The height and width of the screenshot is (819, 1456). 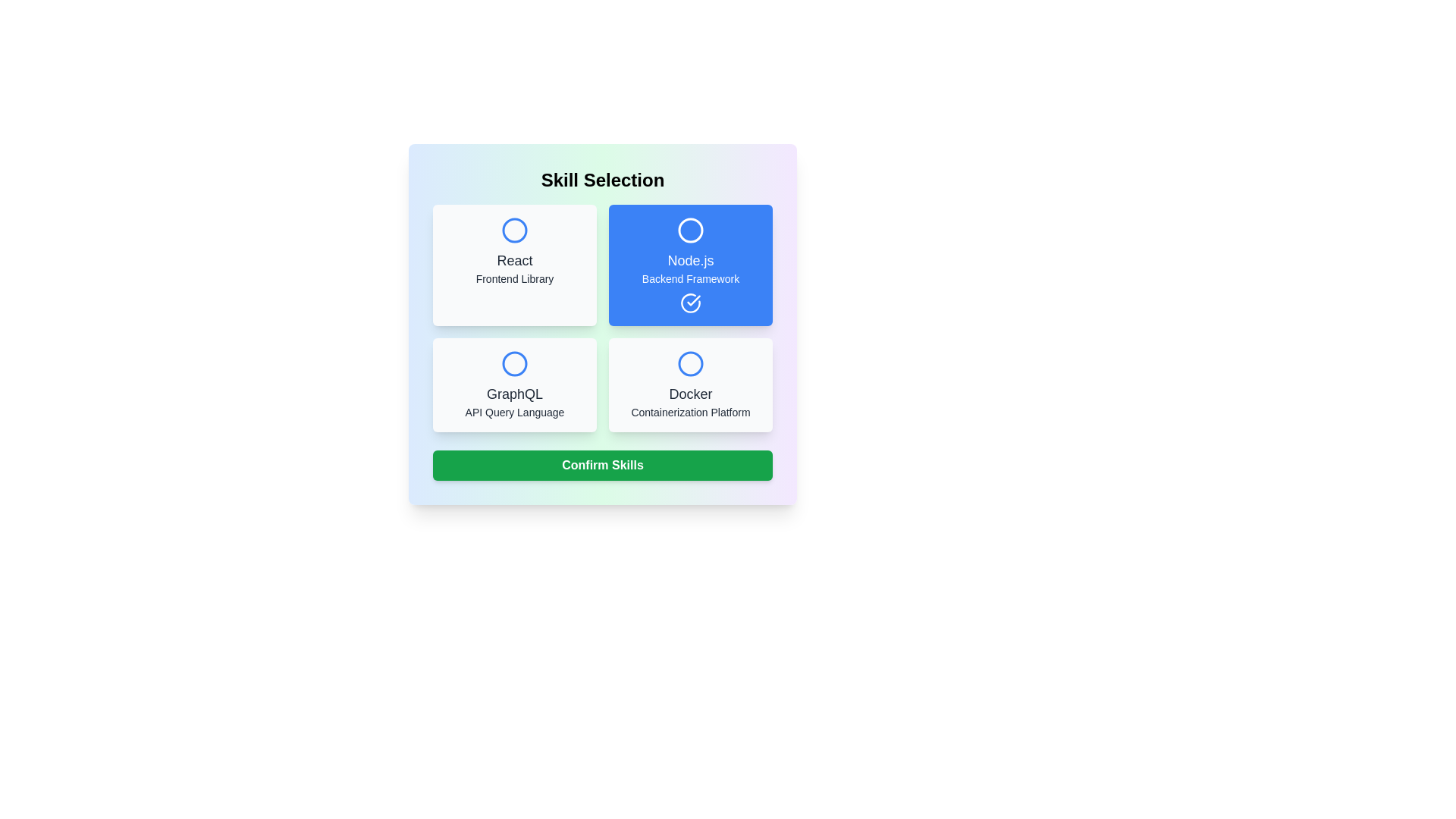 What do you see at coordinates (514, 265) in the screenshot?
I see `the skill chip labeled 'React'` at bounding box center [514, 265].